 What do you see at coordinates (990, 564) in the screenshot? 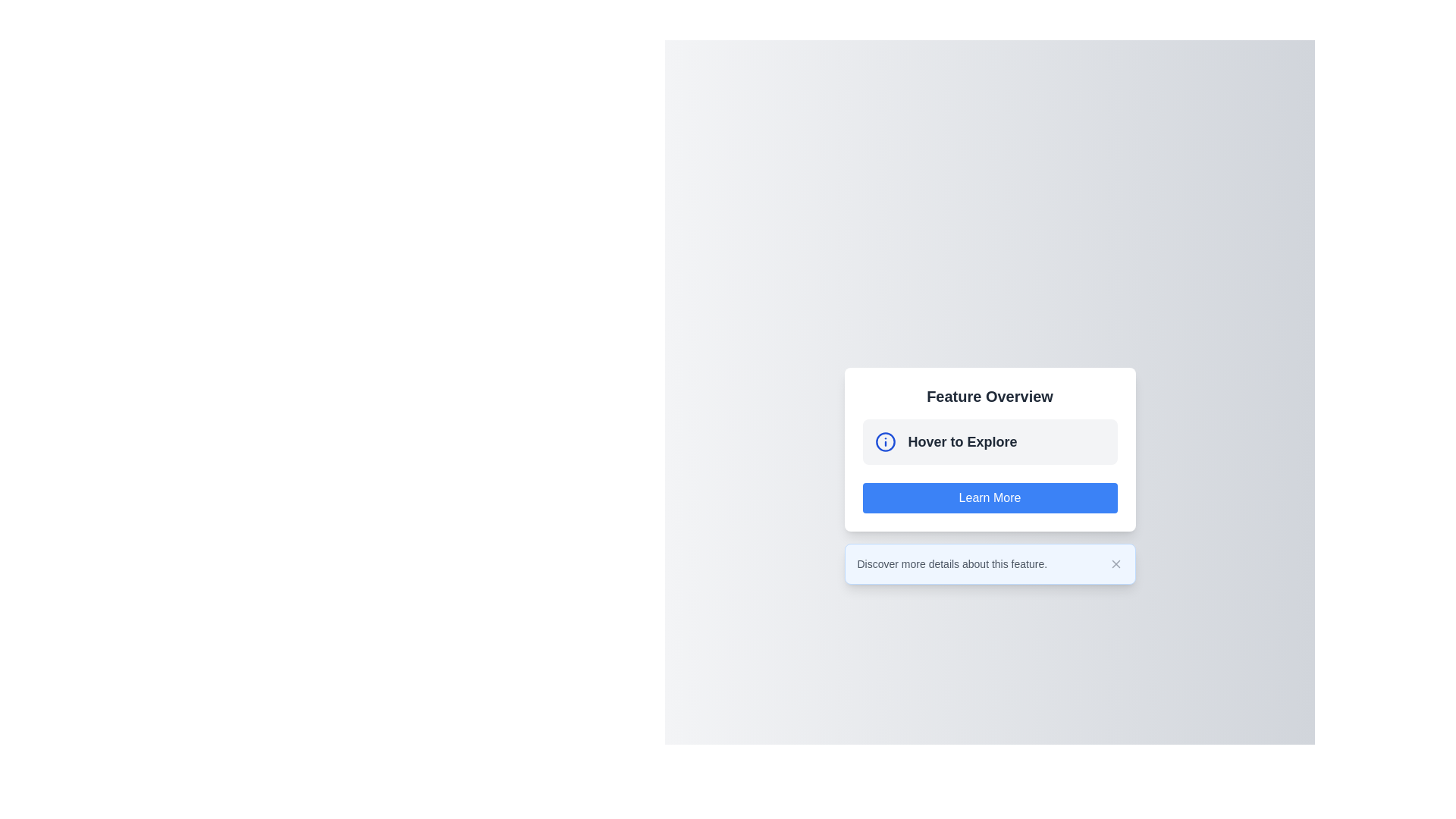
I see `informational text from the Interactive Label with Close Icon that states 'Discover more details about this feature.'` at bounding box center [990, 564].